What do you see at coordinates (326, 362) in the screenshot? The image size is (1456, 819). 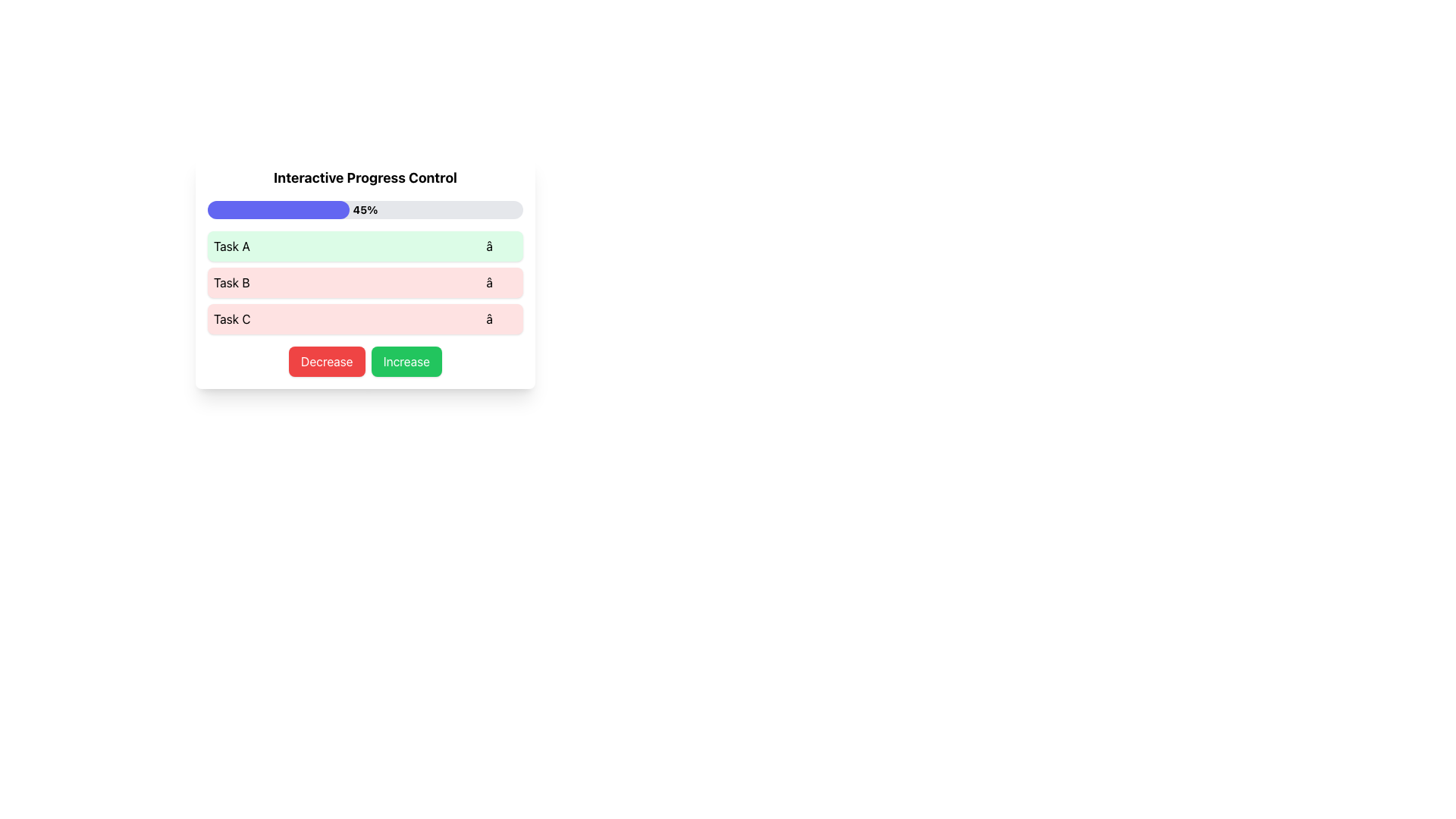 I see `the 'Decrease' button, which is a red rectangular button with white text and rounded corners, to observe its interactive styling` at bounding box center [326, 362].